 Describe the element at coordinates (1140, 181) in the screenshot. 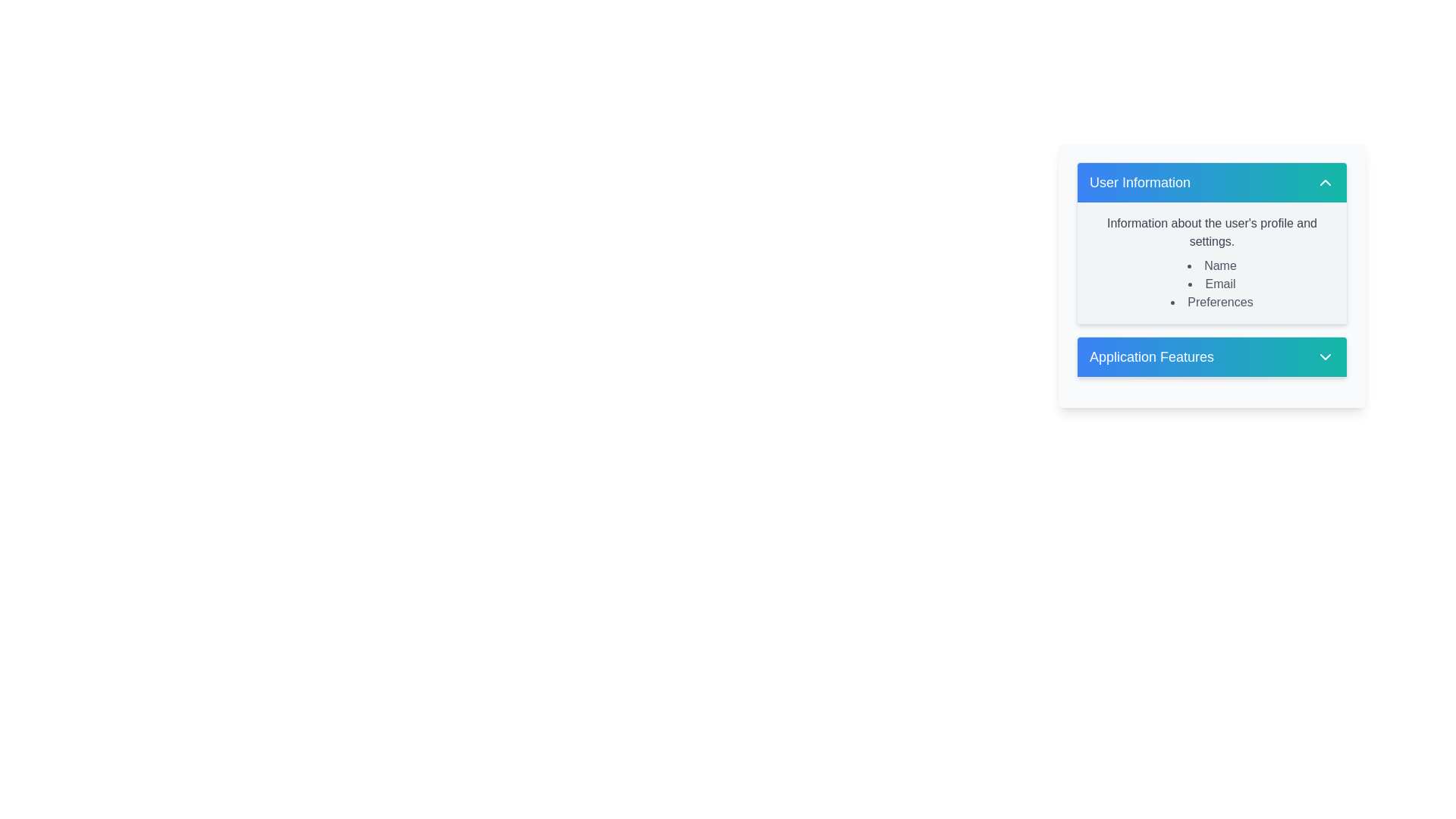

I see `the content associated with the 'User Information' section card, indicated by the descriptive label centrally aligned in the gradient header` at that location.